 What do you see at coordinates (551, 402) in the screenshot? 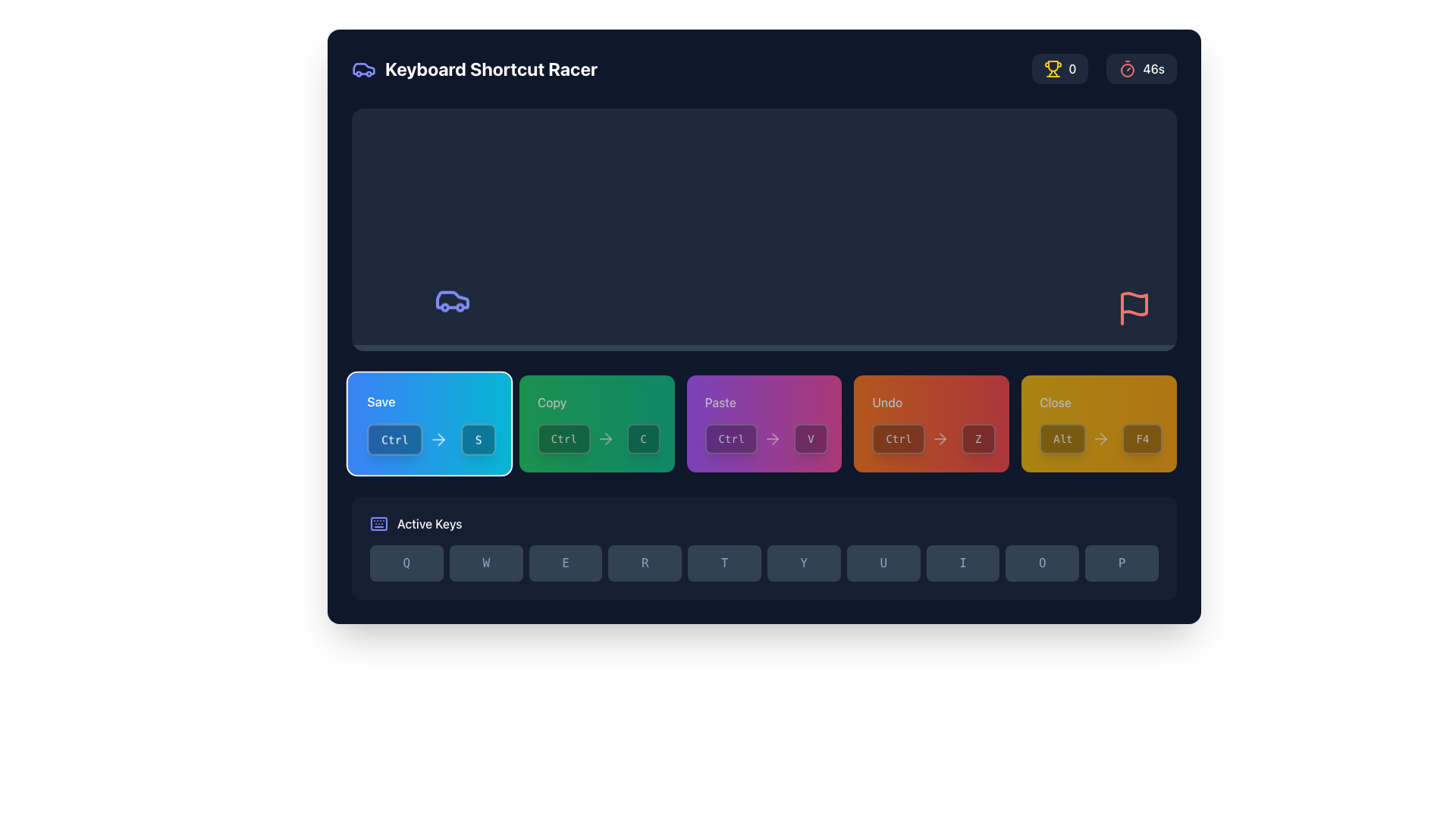
I see `the 'Copy' text label, which is displayed in white on a green rectangular button, located between the 'Save' and 'Paste' buttons` at bounding box center [551, 402].